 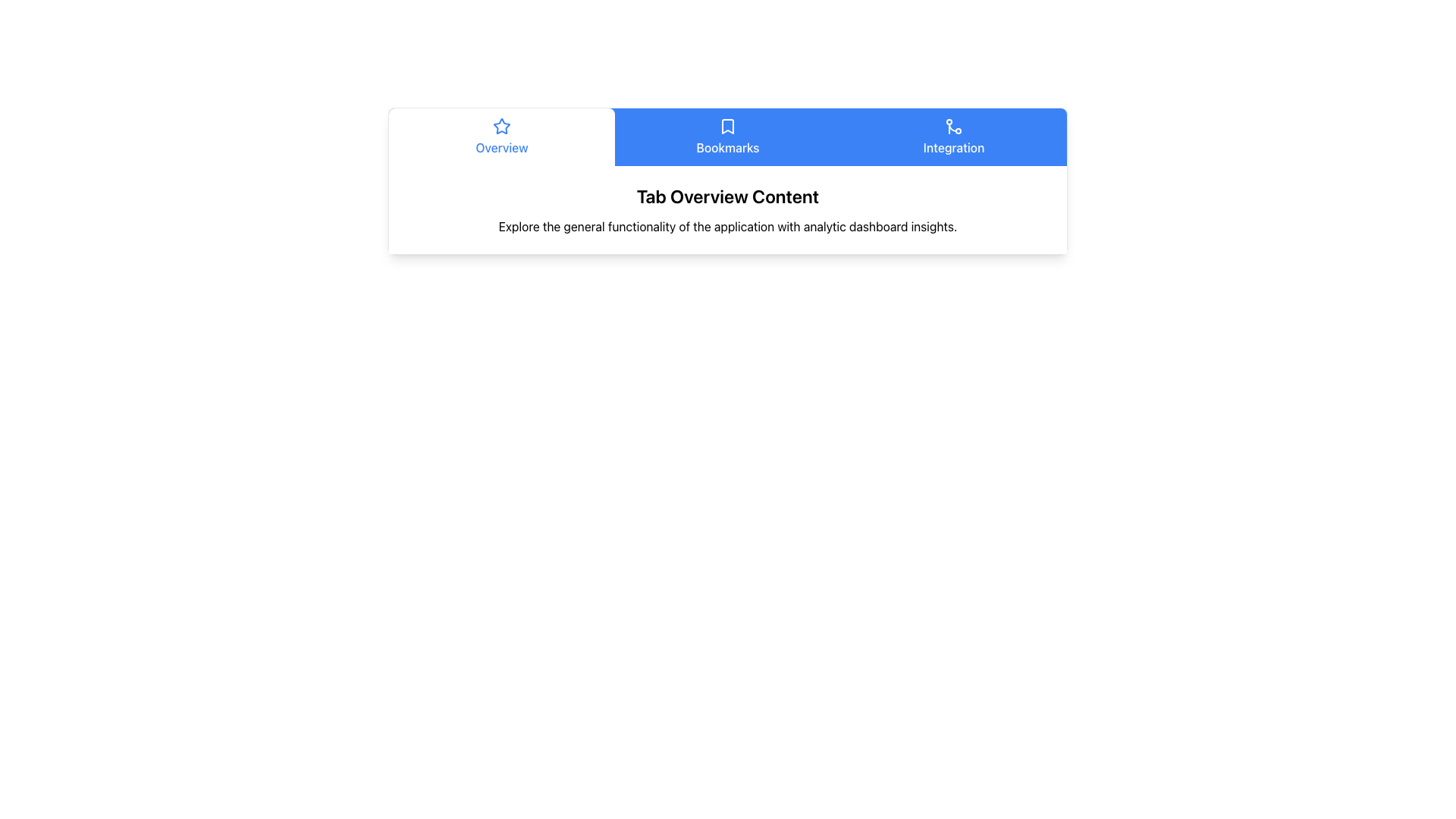 What do you see at coordinates (728, 137) in the screenshot?
I see `the 'Bookmarks' tab in the Tab Navigation Bar, which is a rectangular section with a blue background and white text, positioned at the top of the interface` at bounding box center [728, 137].